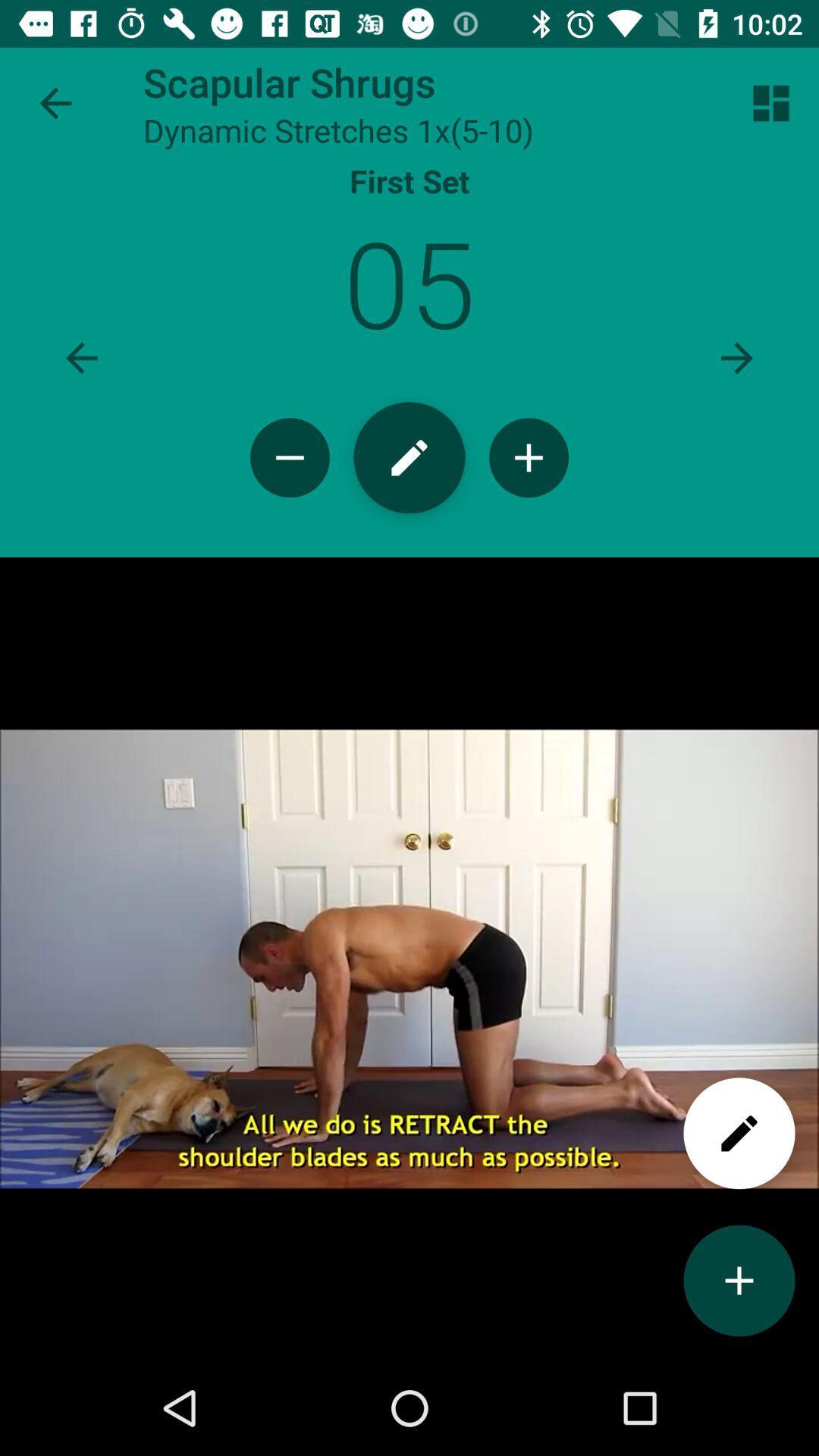 This screenshot has height=1456, width=819. What do you see at coordinates (409, 457) in the screenshot?
I see `the edit option at centre` at bounding box center [409, 457].